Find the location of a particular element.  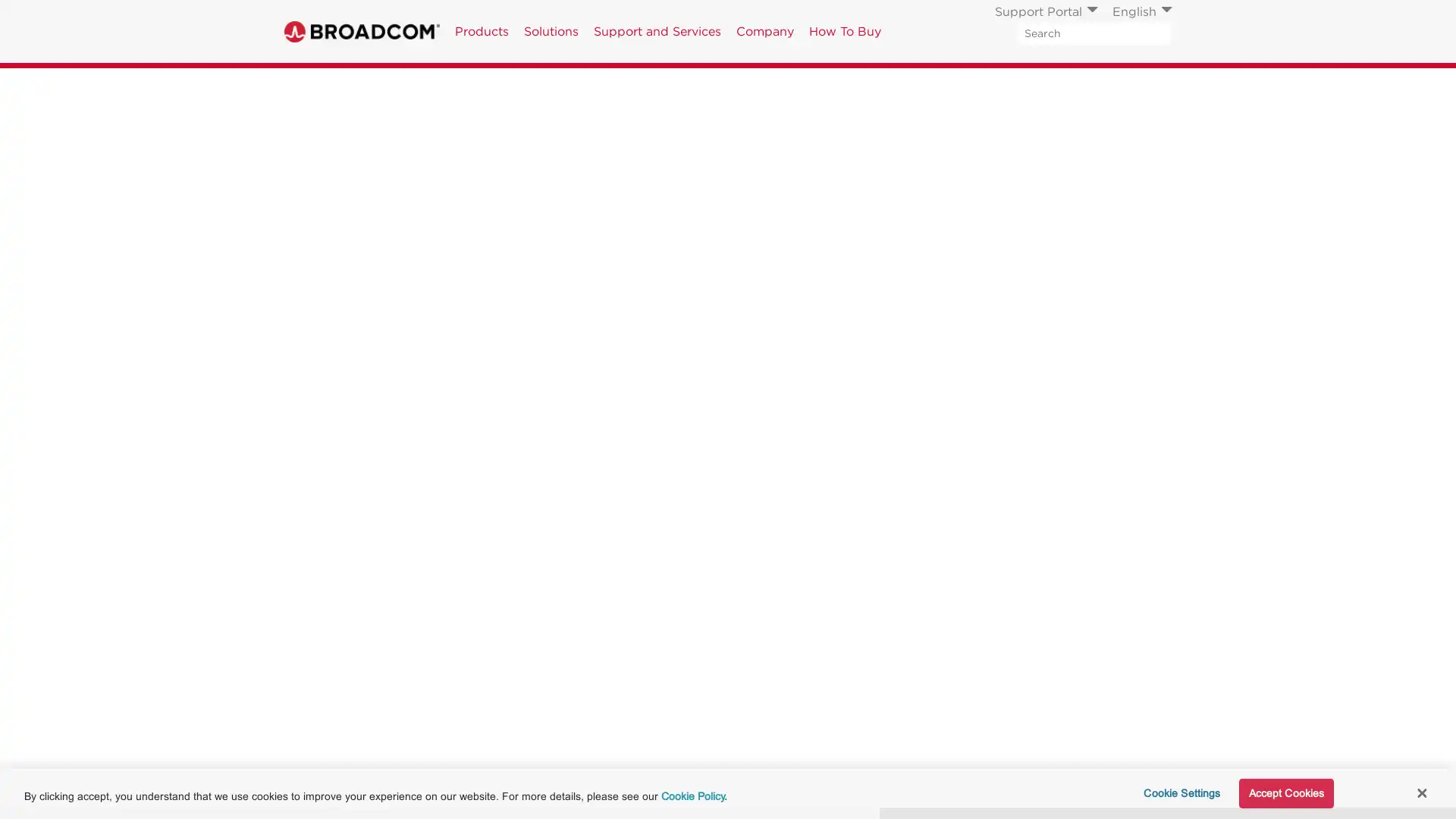

Close is located at coordinates (1420, 792).